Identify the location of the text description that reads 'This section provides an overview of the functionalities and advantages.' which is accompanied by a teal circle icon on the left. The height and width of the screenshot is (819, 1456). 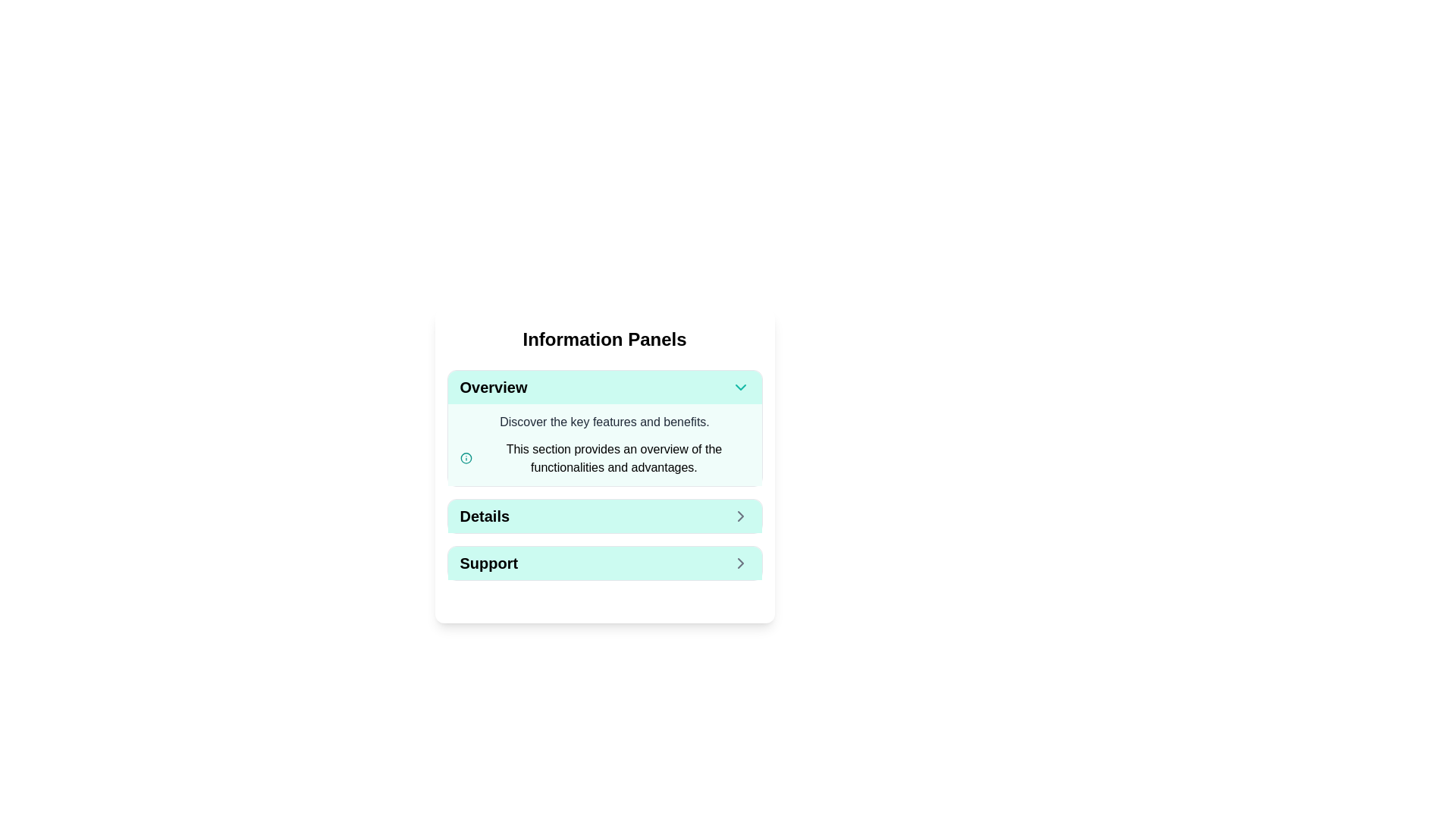
(604, 458).